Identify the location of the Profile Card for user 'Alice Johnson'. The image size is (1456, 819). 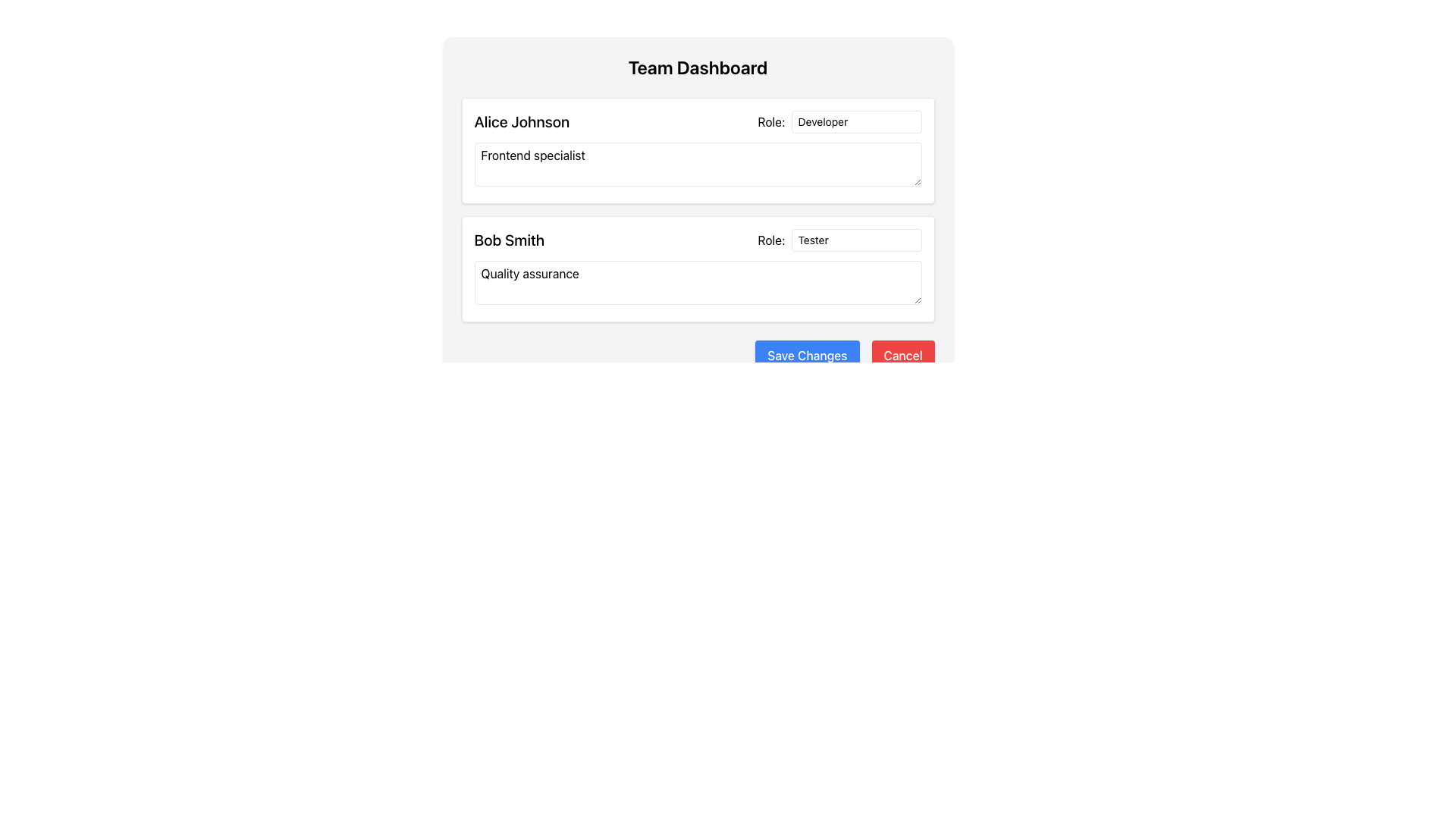
(697, 151).